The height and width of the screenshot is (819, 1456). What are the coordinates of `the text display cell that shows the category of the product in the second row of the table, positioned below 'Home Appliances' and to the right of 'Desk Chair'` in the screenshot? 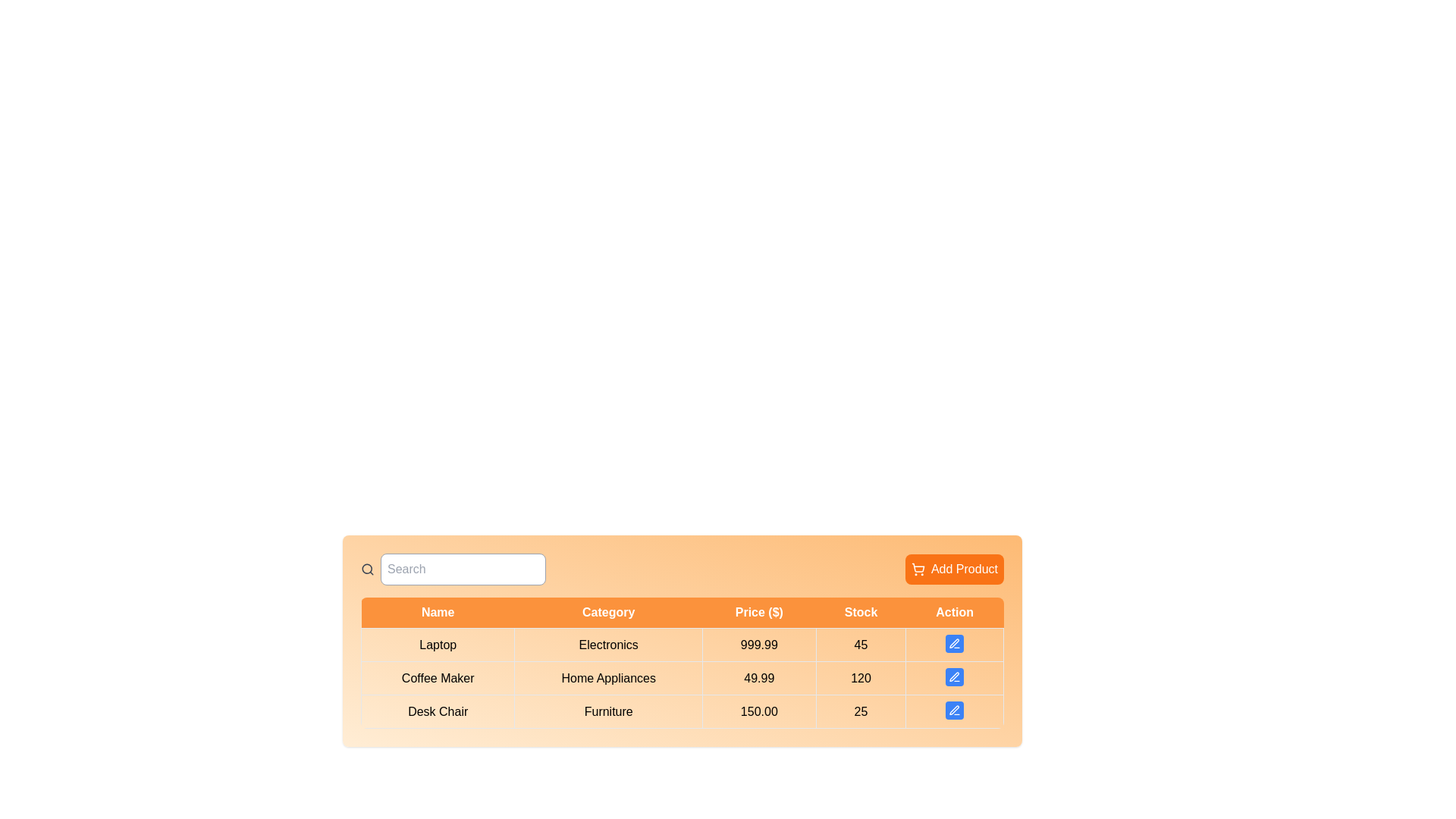 It's located at (608, 711).